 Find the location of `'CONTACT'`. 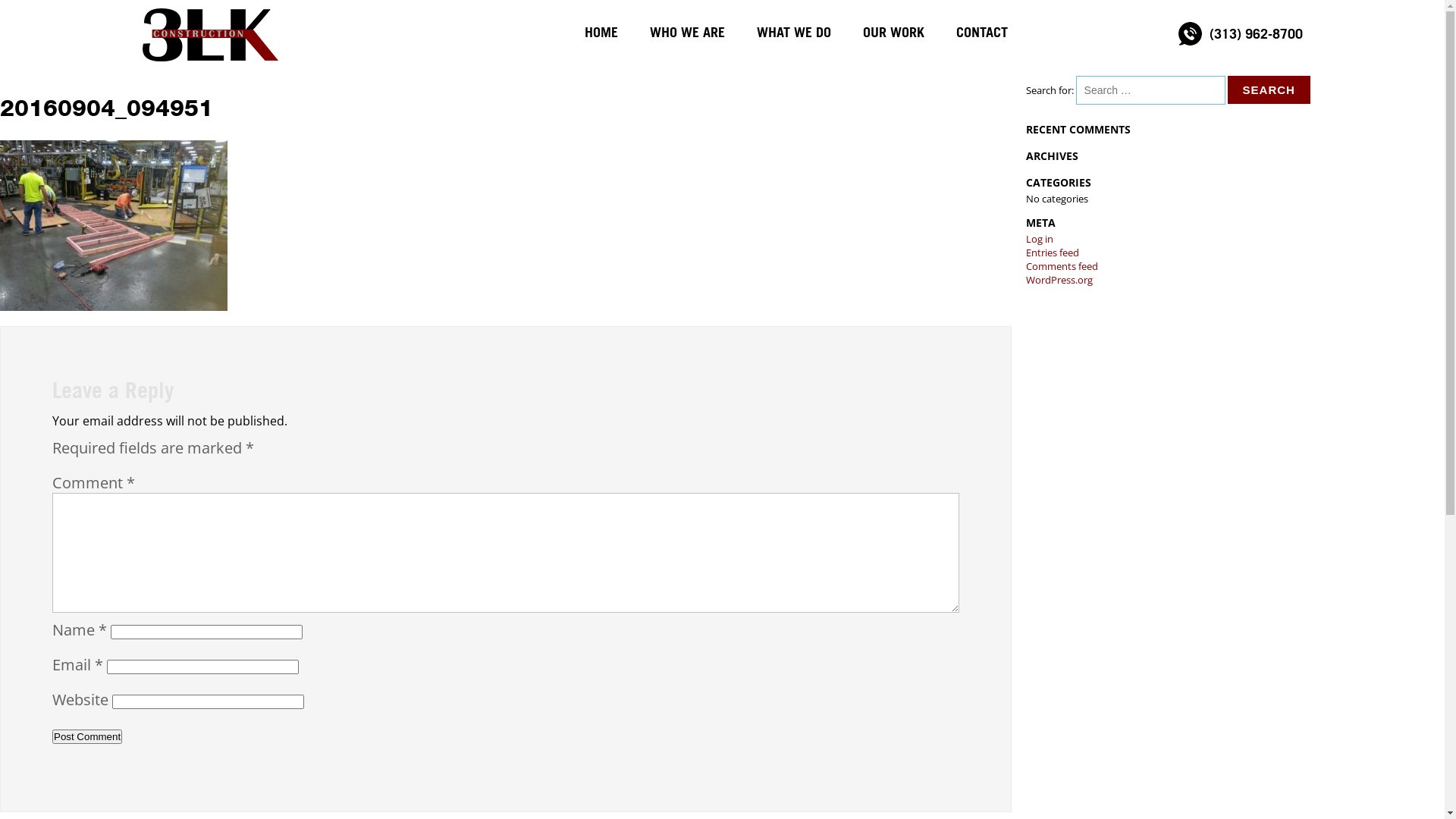

'CONTACT' is located at coordinates (981, 32).